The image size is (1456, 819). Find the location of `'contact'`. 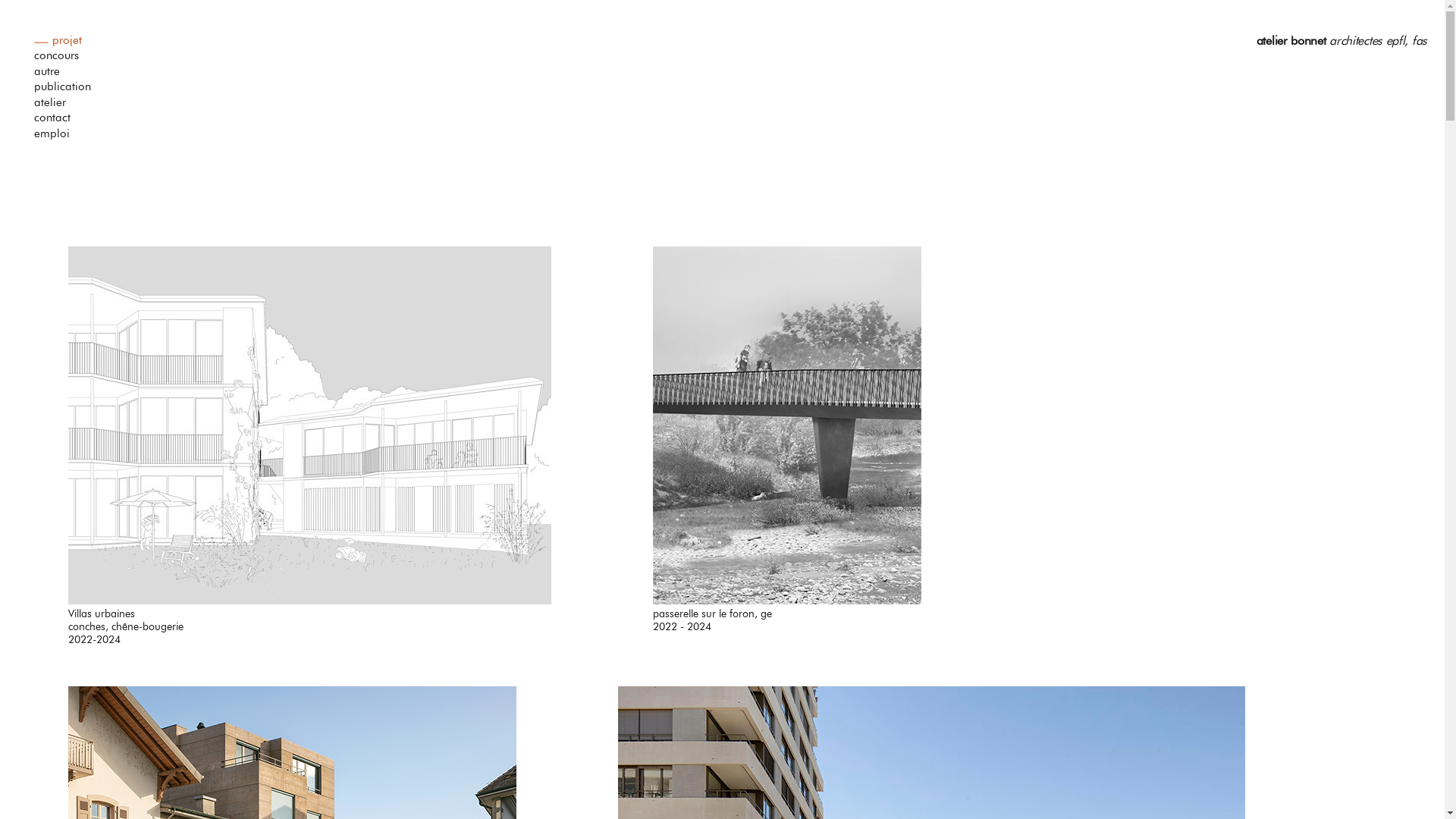

'contact' is located at coordinates (71, 118).